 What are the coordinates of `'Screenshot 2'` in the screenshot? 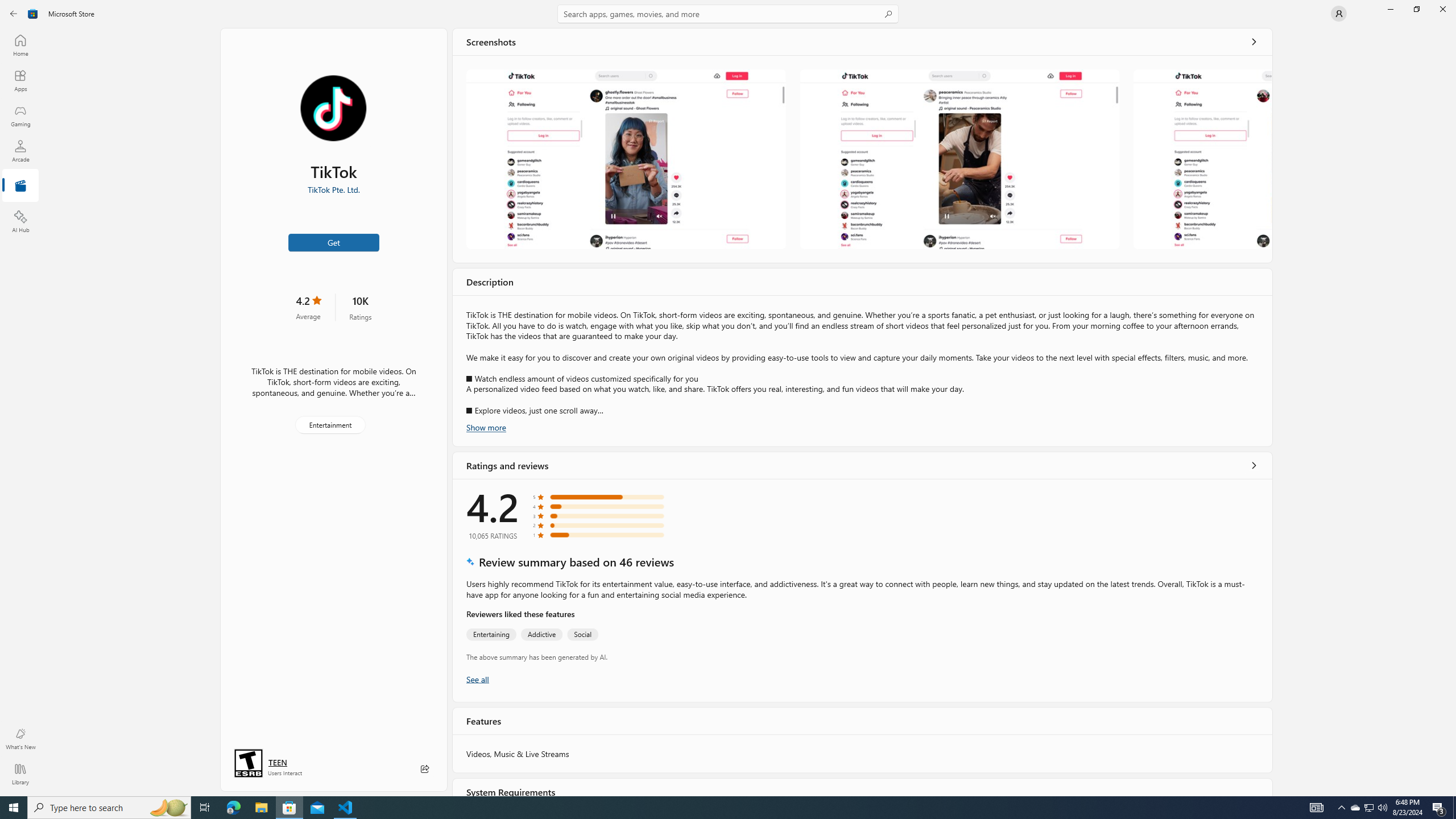 It's located at (959, 159).